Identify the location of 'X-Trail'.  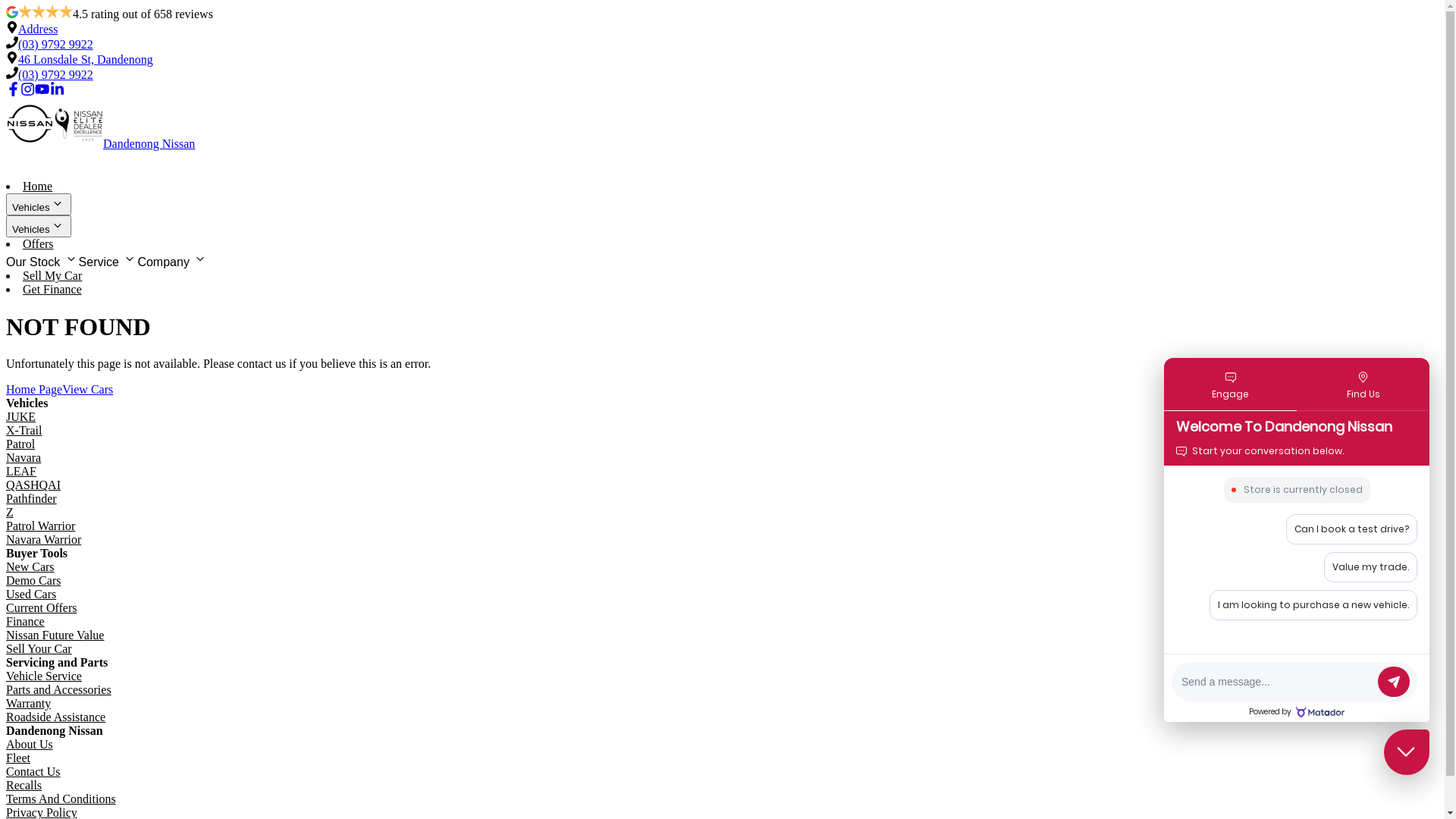
(24, 430).